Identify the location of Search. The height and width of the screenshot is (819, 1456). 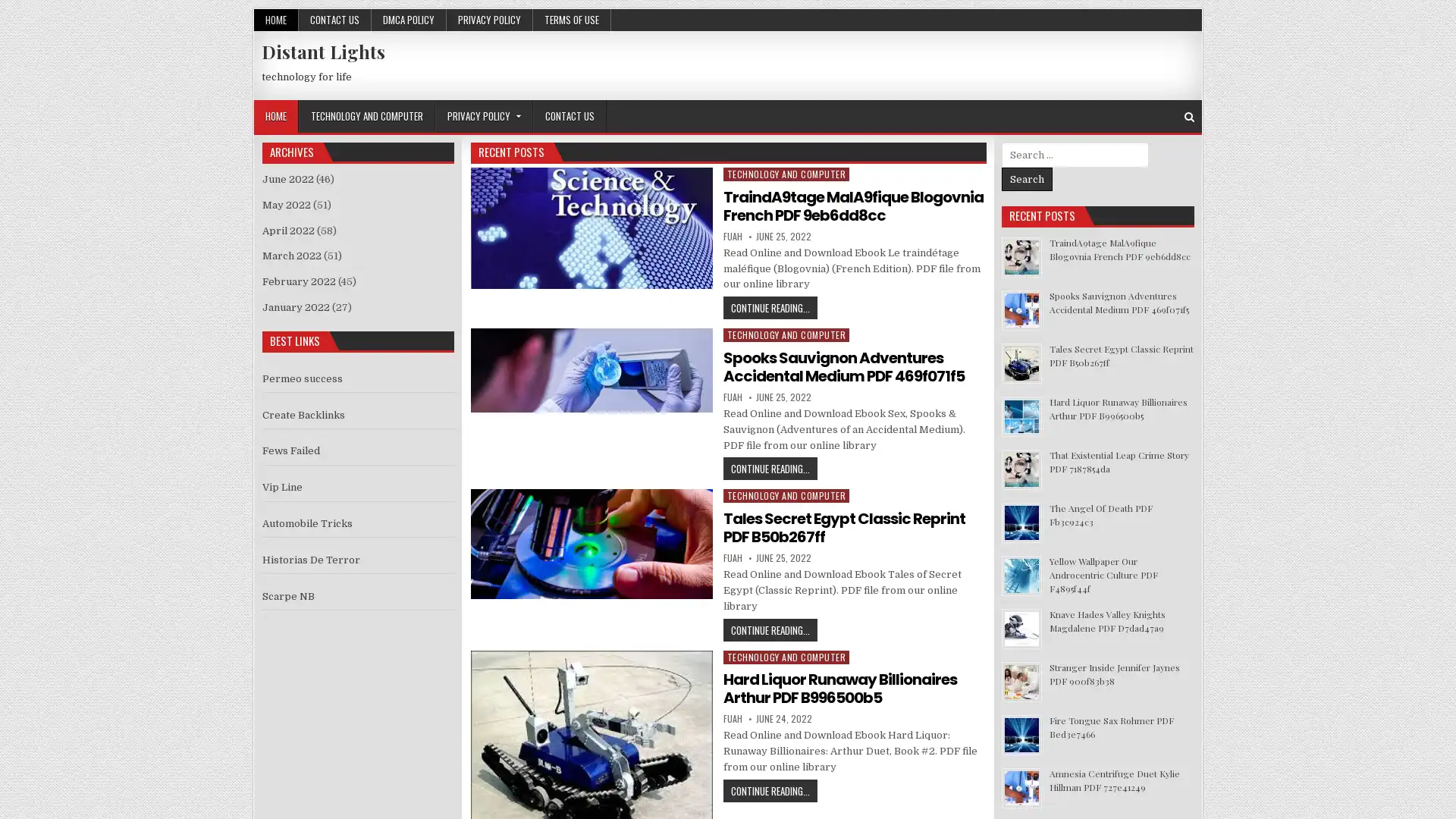
(1027, 178).